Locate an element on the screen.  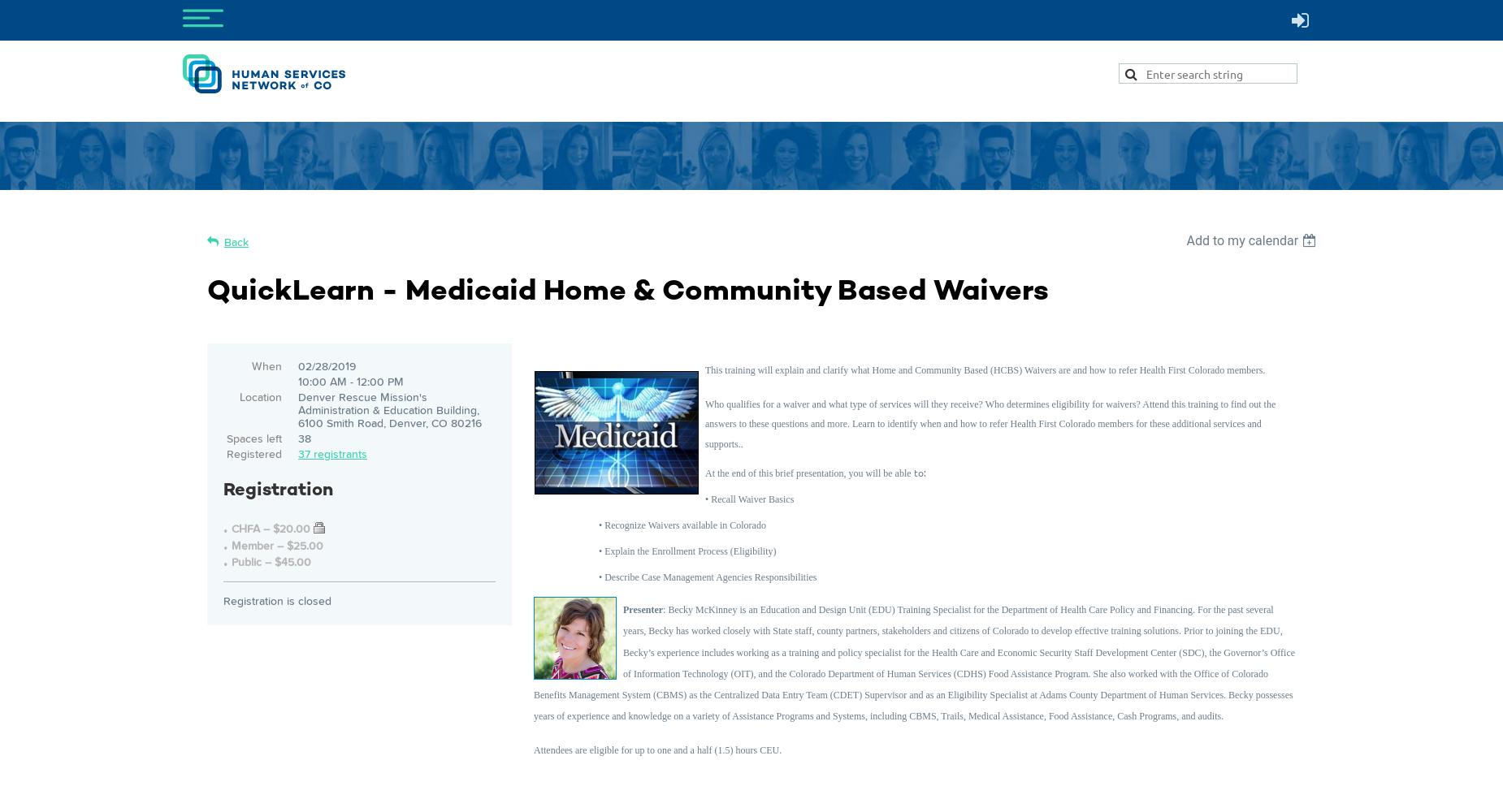
'Presenter' is located at coordinates (643, 610).